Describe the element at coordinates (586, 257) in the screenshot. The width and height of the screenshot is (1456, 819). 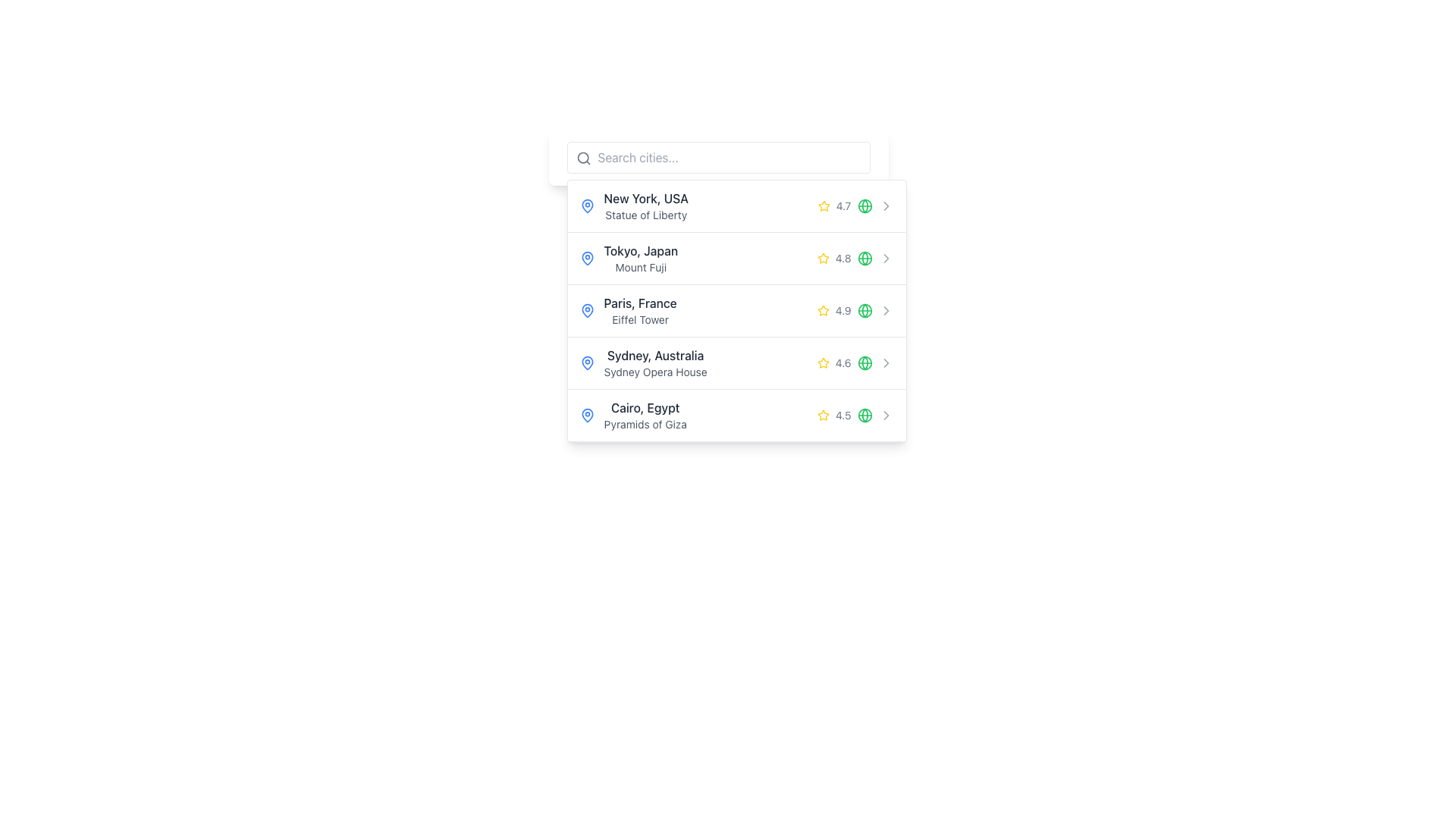
I see `the blue map pin icon located to the left of the text 'Tokyo, Japan' and 'Mount Fuji'` at that location.